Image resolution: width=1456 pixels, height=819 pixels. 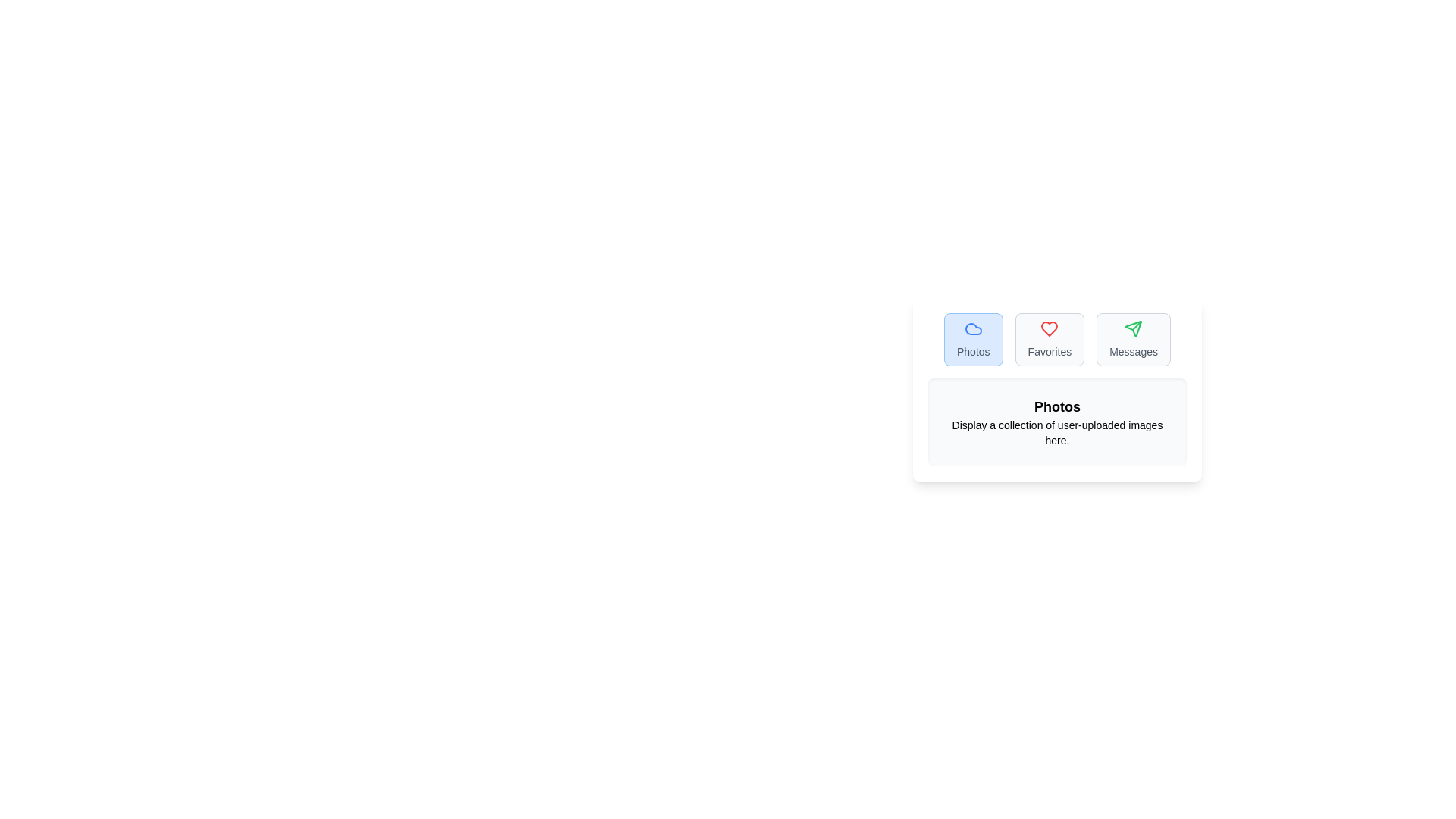 What do you see at coordinates (1134, 351) in the screenshot?
I see `the 'Messages' text label, which is styled with a light gray color and positioned below the icon inside the 'Messages' button` at bounding box center [1134, 351].